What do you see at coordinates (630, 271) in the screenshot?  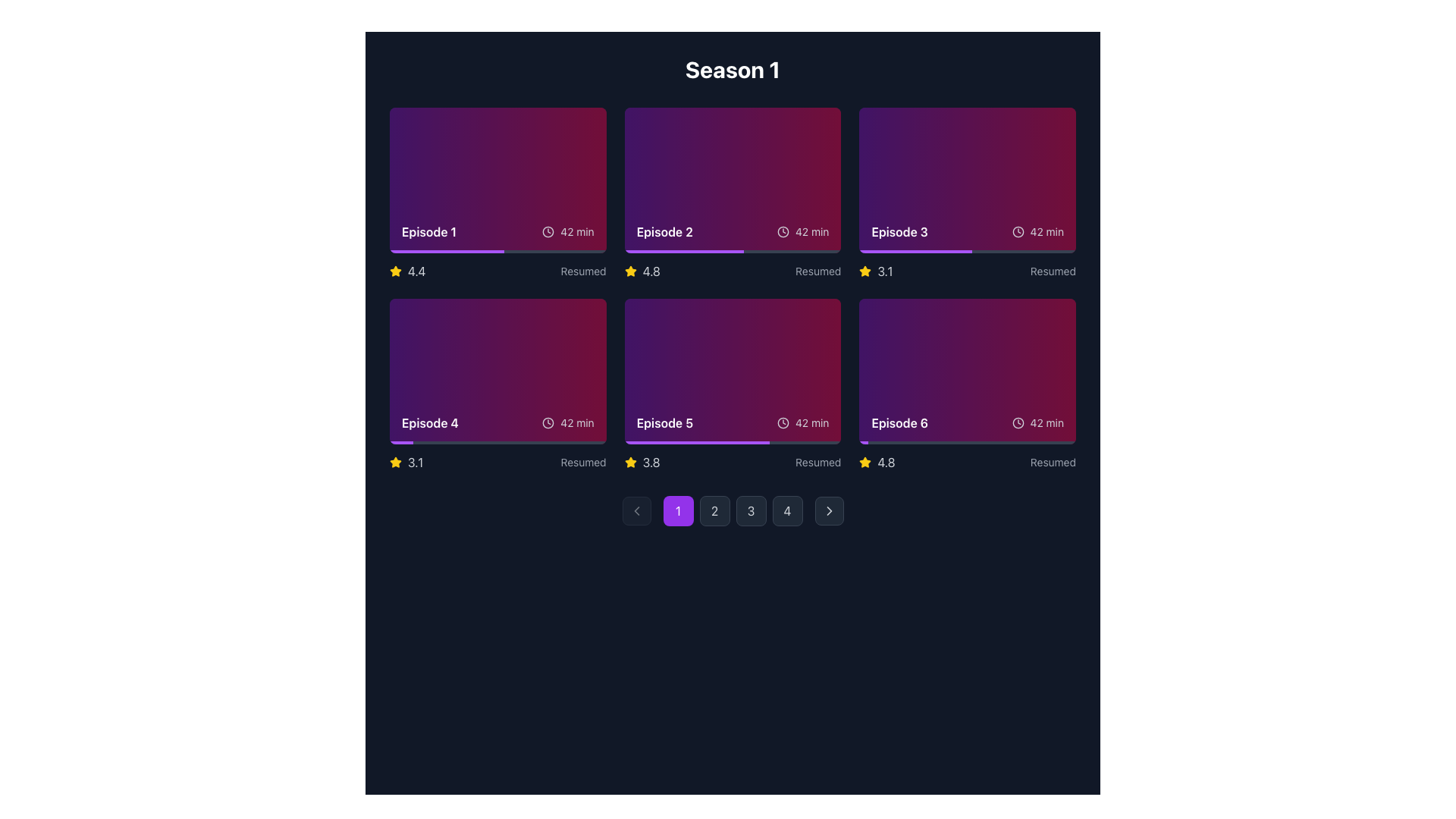 I see `the yellow star-shaped icon with a filled appearance located in the second row of the grid layout, directly to the left of the rating number '4.8'` at bounding box center [630, 271].